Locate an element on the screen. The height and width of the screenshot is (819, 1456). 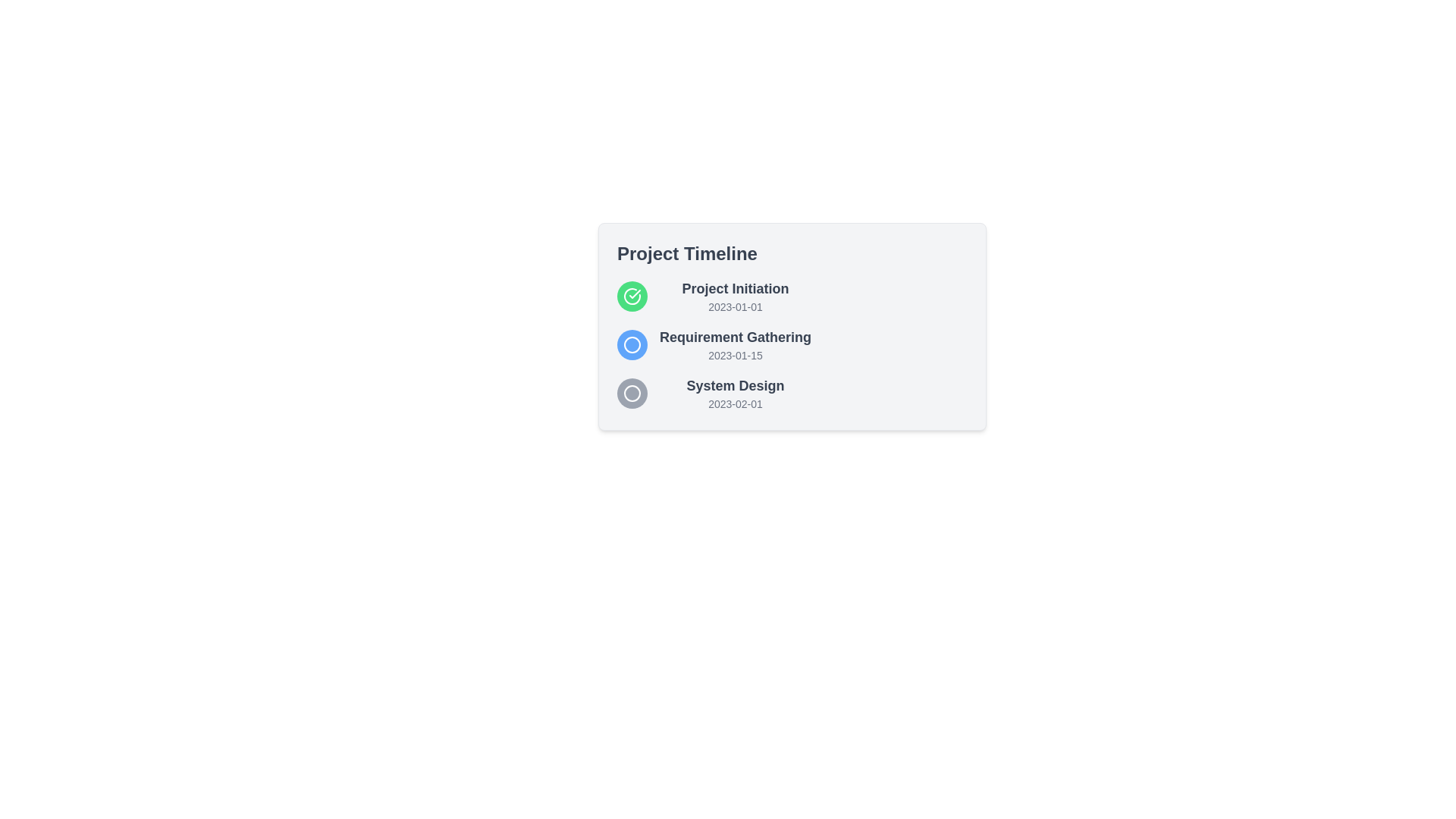
the visual indicator icon representing the 'Requirement Gathering' stage in the Project Timeline, located to the left of the text item 'Requirement Gathering' adjacent to the date '2023-01-15' is located at coordinates (632, 345).